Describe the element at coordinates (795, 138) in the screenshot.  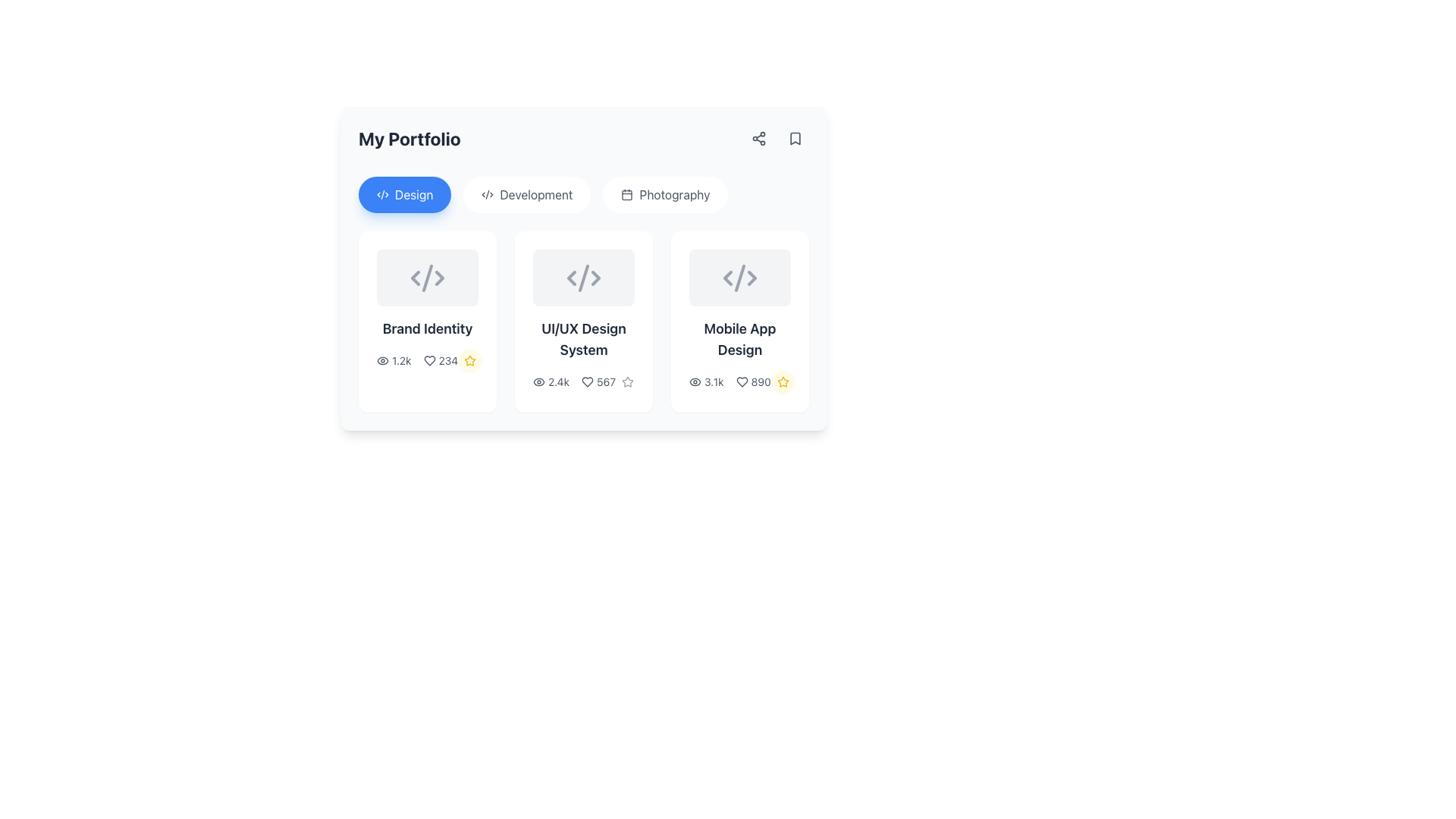
I see `the bookmark icon located at the top-right of the card layout` at that location.